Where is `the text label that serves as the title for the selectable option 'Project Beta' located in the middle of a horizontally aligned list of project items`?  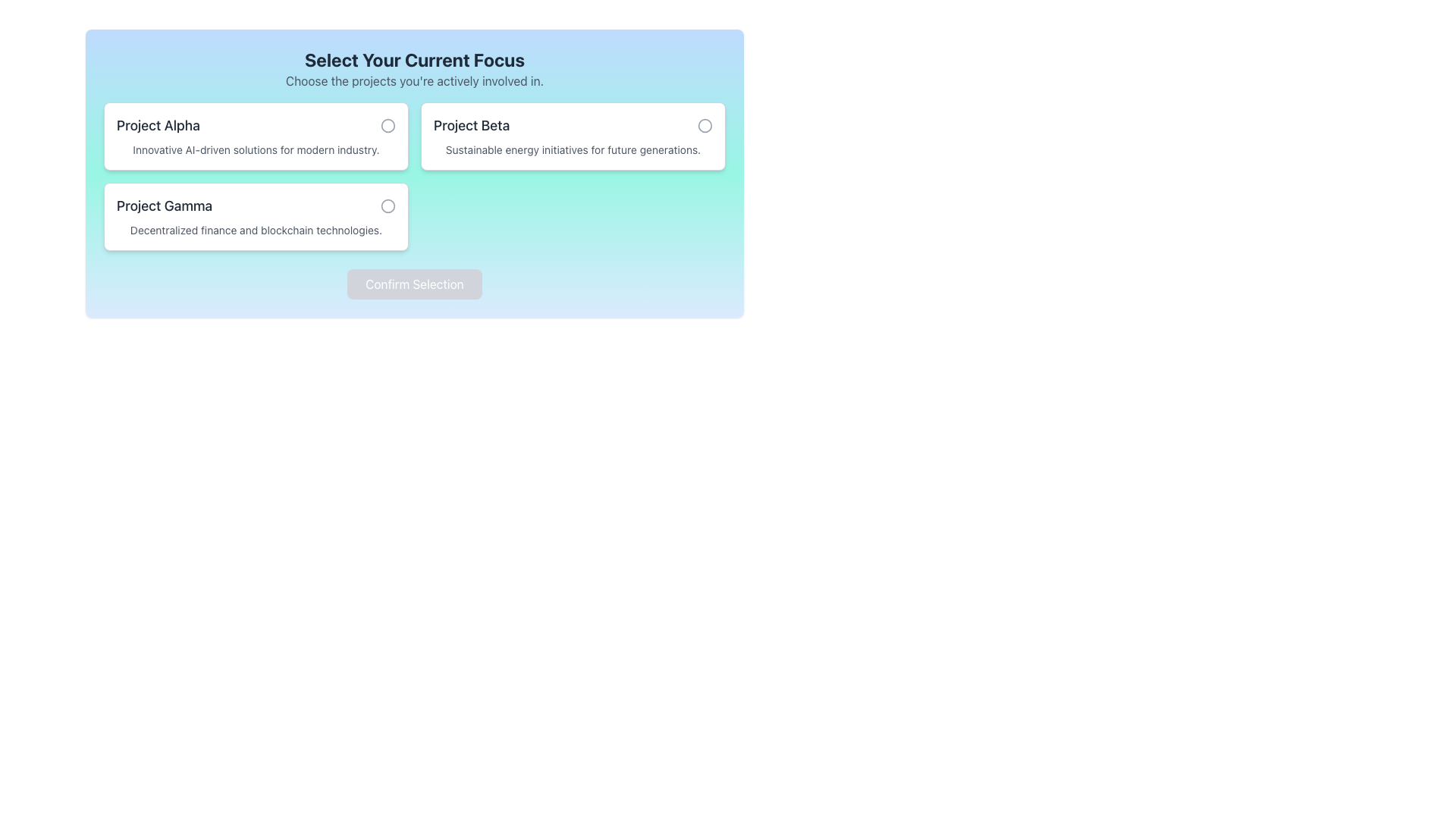
the text label that serves as the title for the selectable option 'Project Beta' located in the middle of a horizontally aligned list of project items is located at coordinates (471, 124).